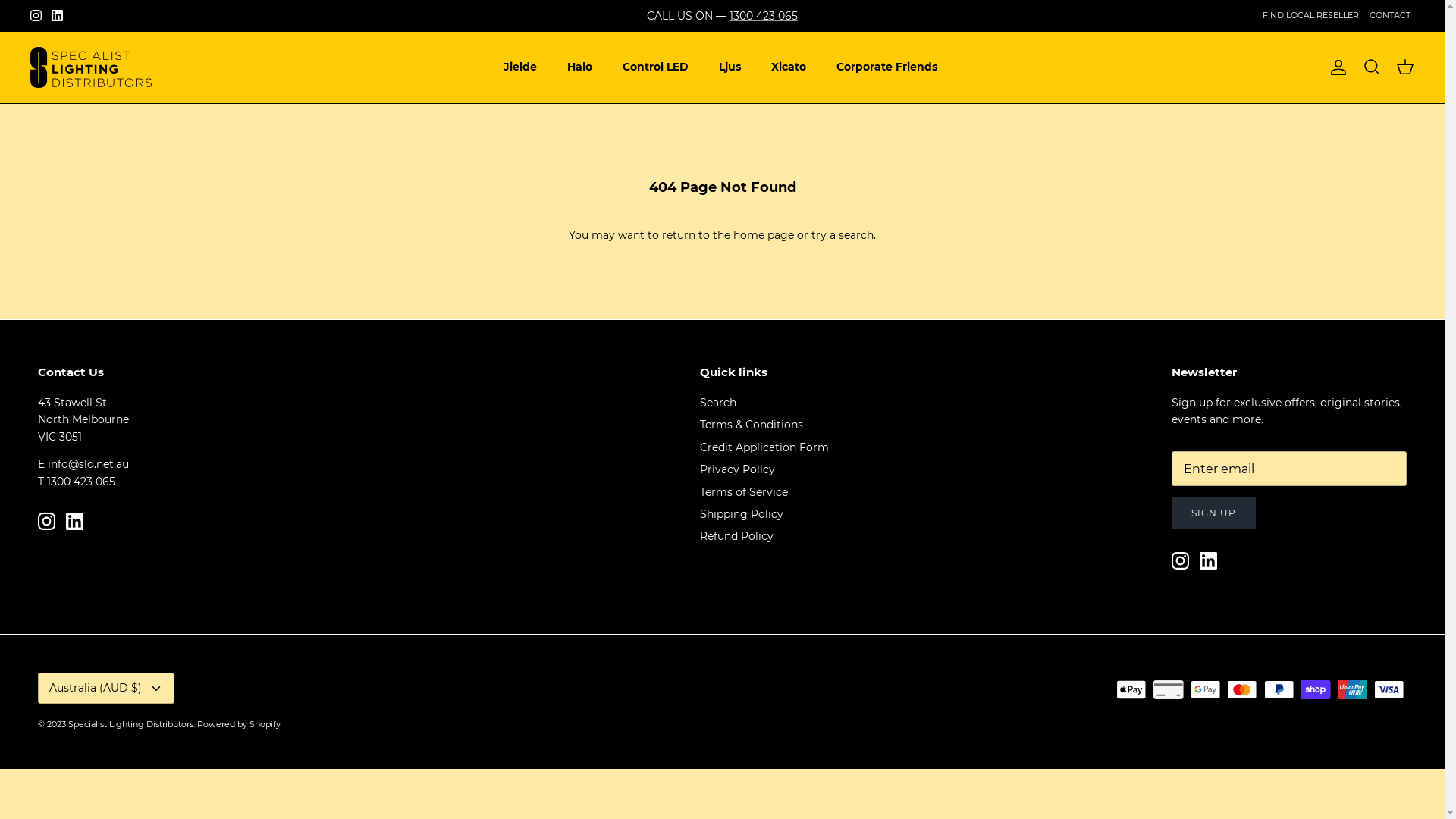 The image size is (1456, 819). What do you see at coordinates (730, 66) in the screenshot?
I see `'Ljus'` at bounding box center [730, 66].